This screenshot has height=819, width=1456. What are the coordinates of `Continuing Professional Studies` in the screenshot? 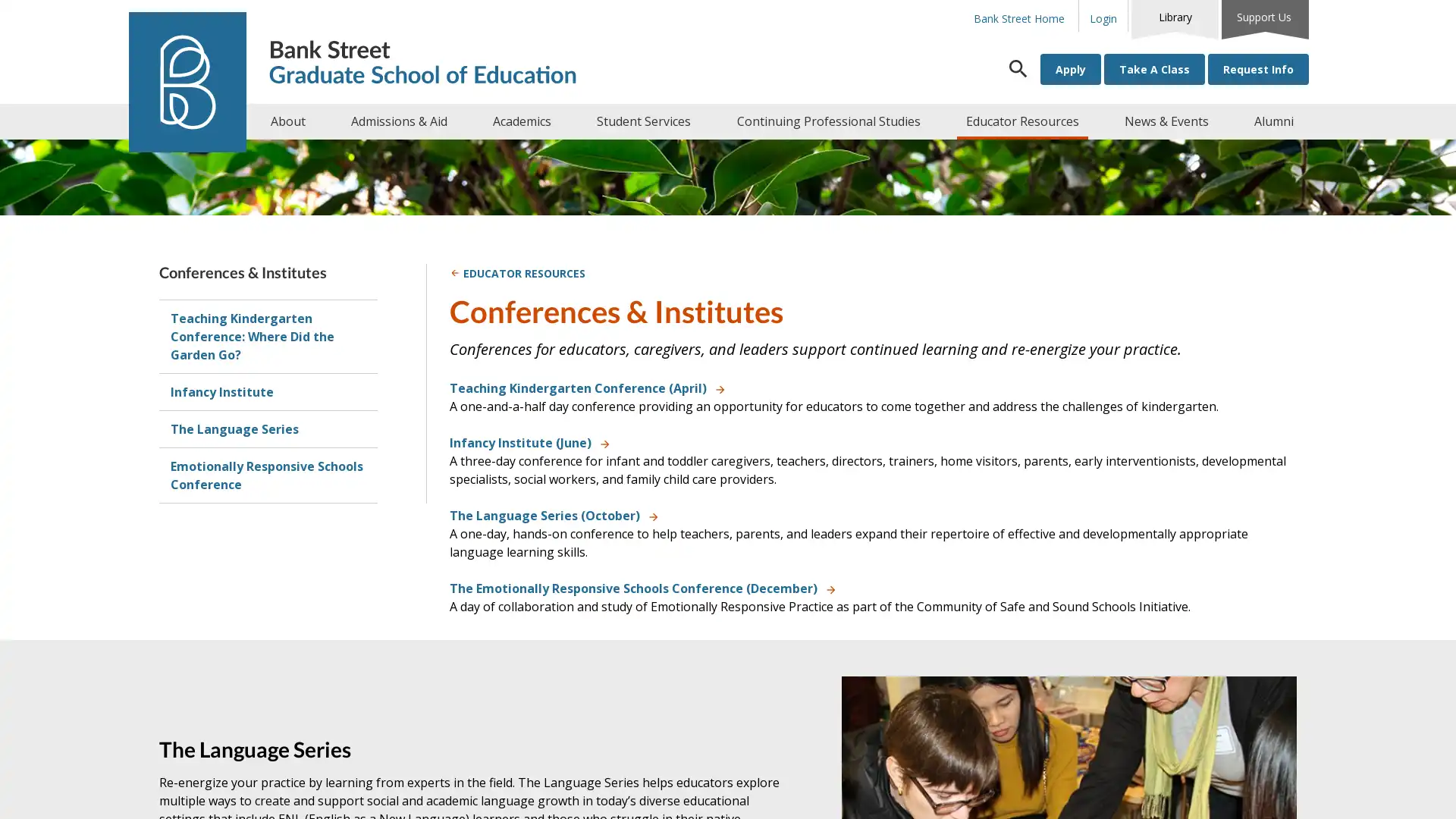 It's located at (827, 121).